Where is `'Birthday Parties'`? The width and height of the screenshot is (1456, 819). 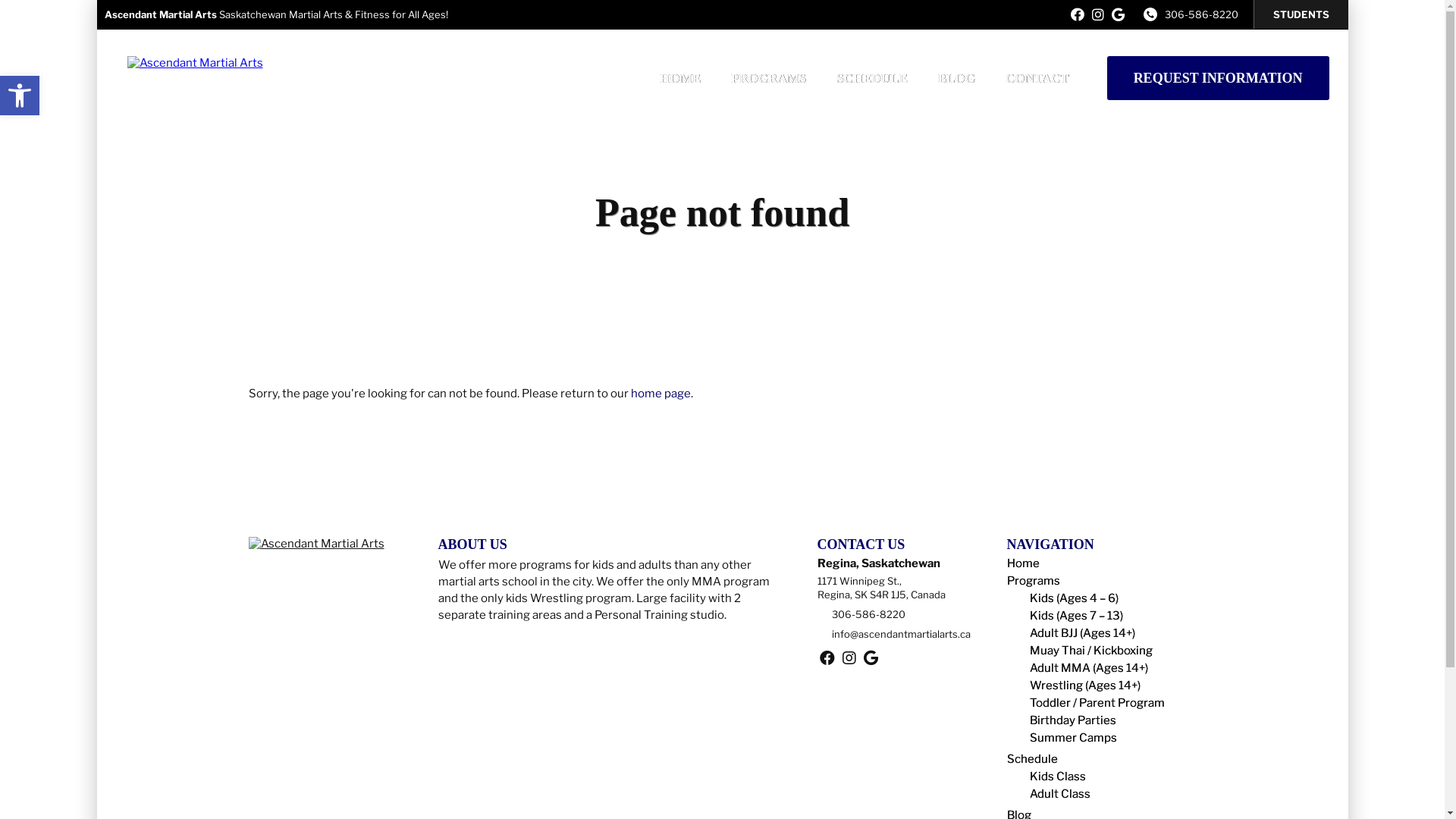
'Birthday Parties' is located at coordinates (1072, 719).